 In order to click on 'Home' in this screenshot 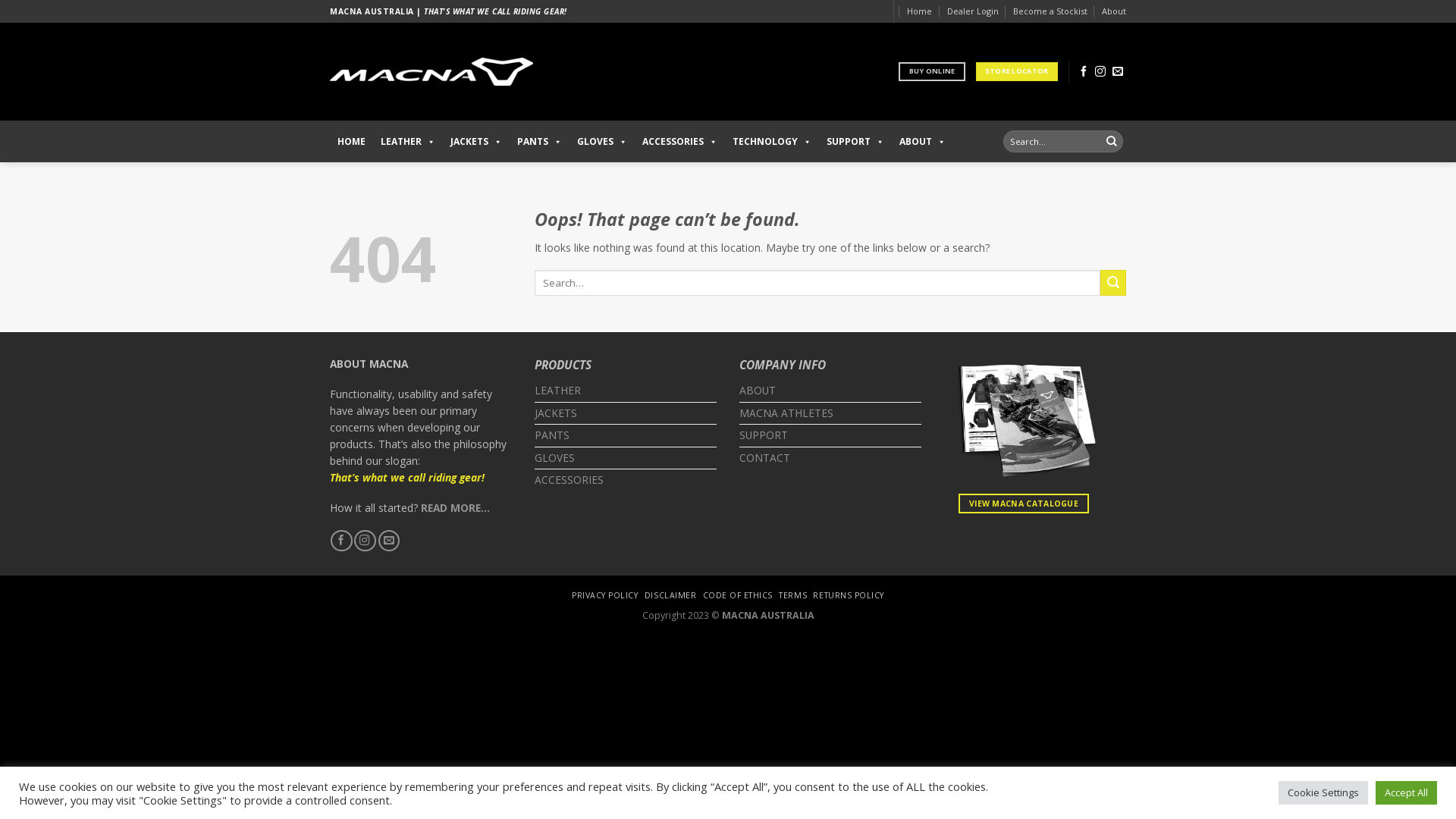, I will do `click(918, 11)`.